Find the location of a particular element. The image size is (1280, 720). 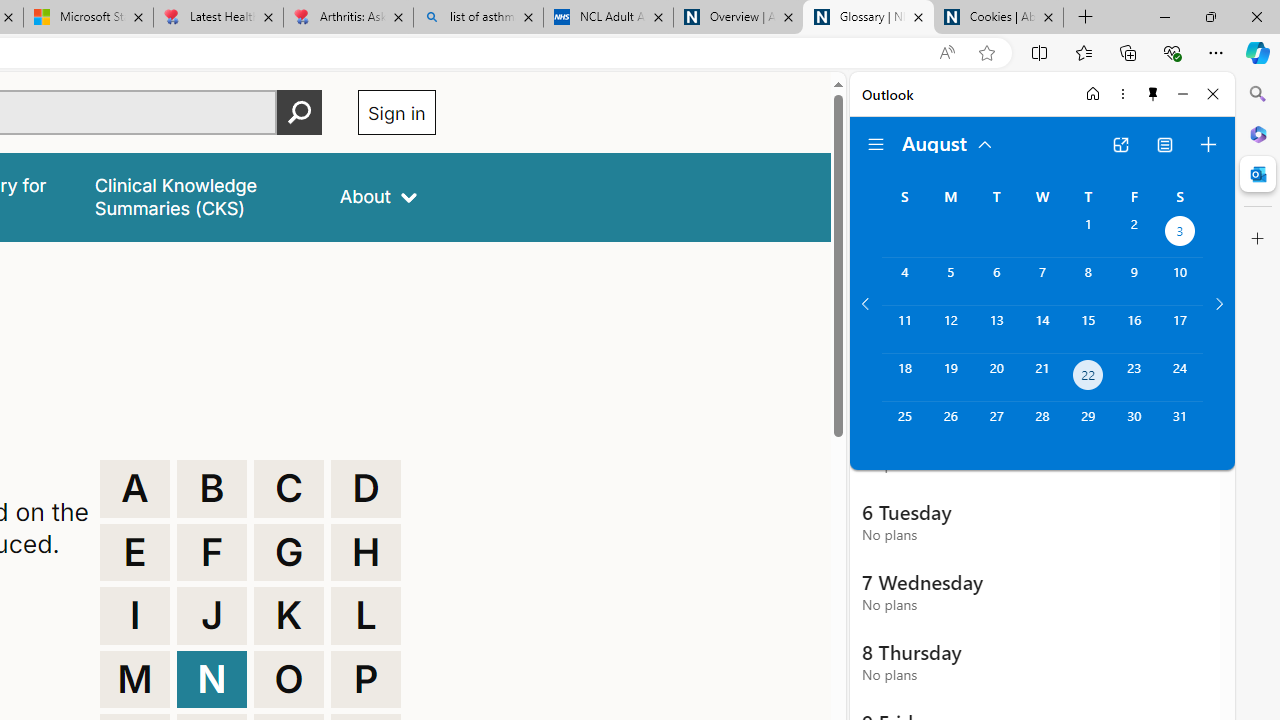

'Wednesday, August 7, 2024. ' is located at coordinates (1041, 281).